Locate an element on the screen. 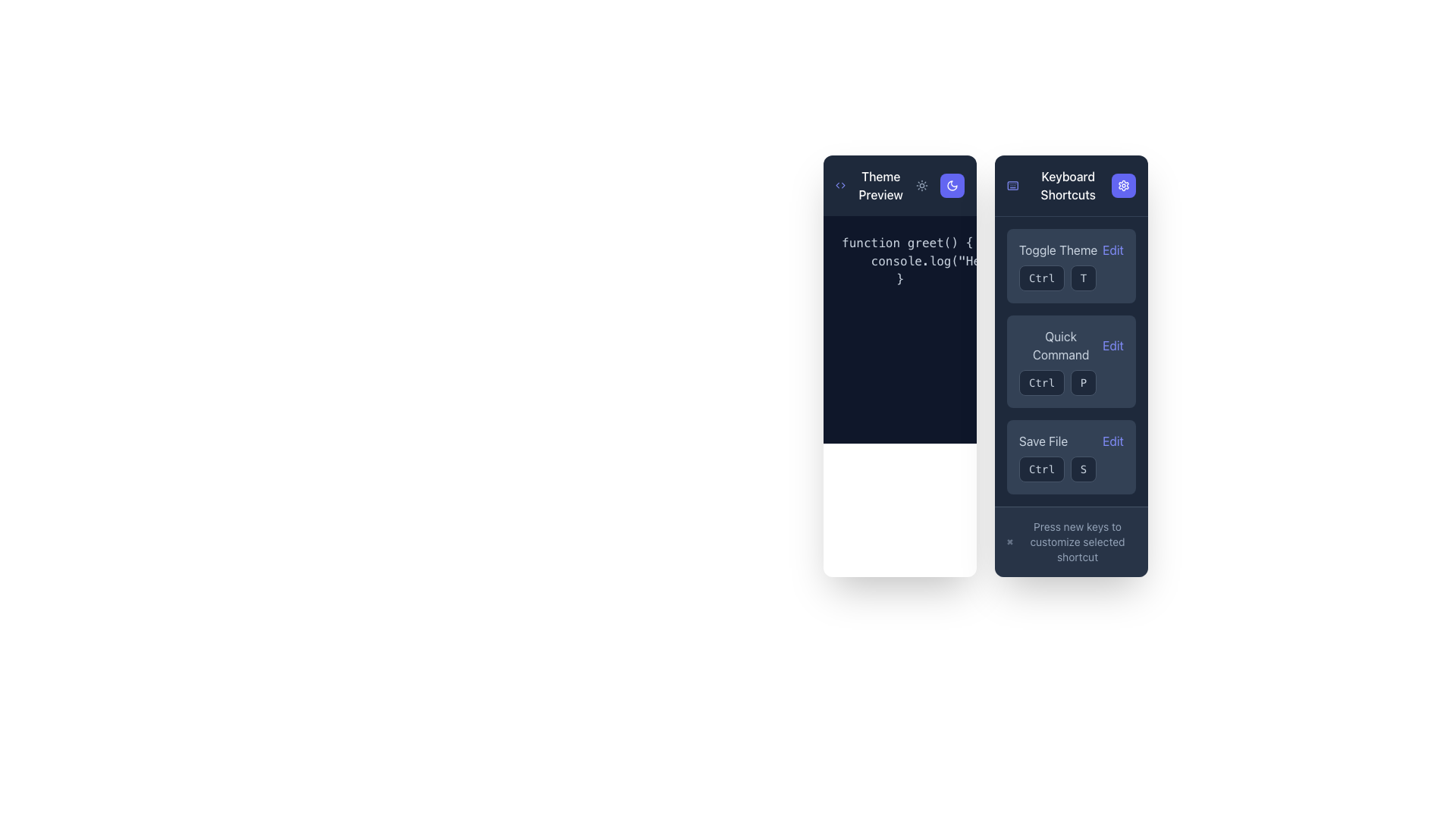 This screenshot has width=1456, height=819. the 'T' key button, which is a small square button with rounded corners and a dark background, located in the 'Toggle Theme' row of the 'Keyboard Shortcuts' panel is located at coordinates (1082, 278).